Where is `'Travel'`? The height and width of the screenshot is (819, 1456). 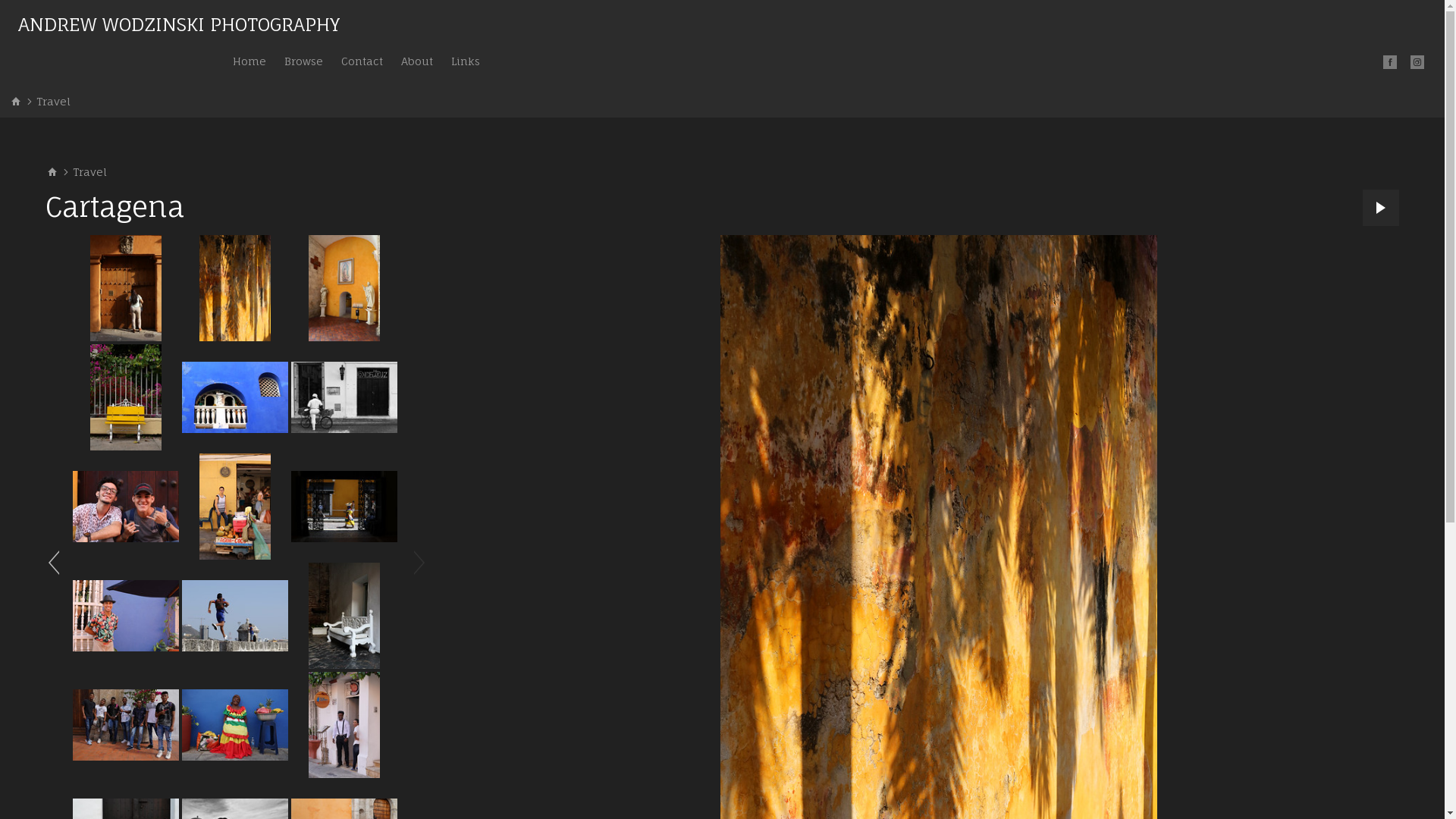
'Travel' is located at coordinates (89, 171).